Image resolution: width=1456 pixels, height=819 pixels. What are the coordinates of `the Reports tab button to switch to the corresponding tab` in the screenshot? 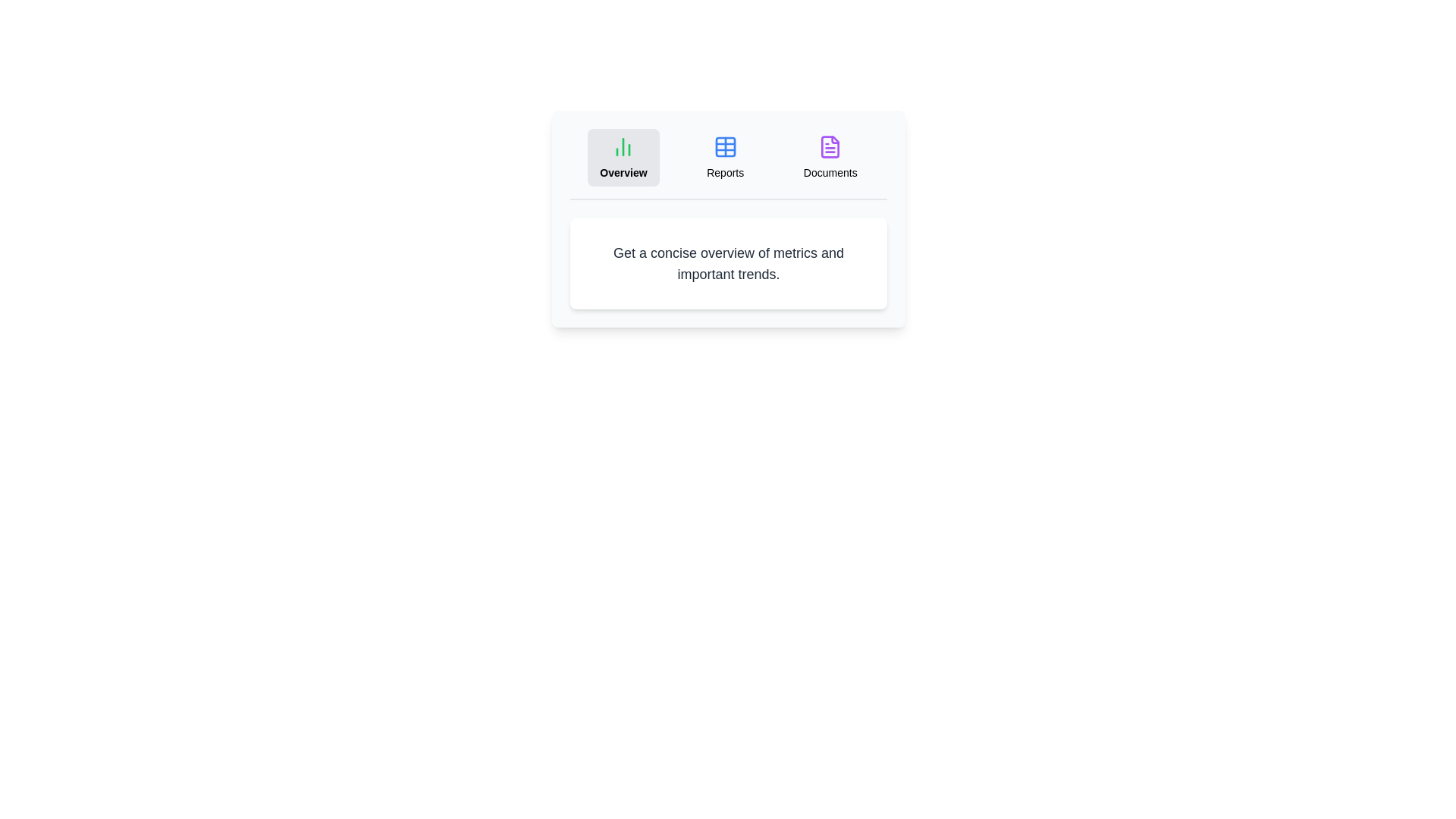 It's located at (724, 158).